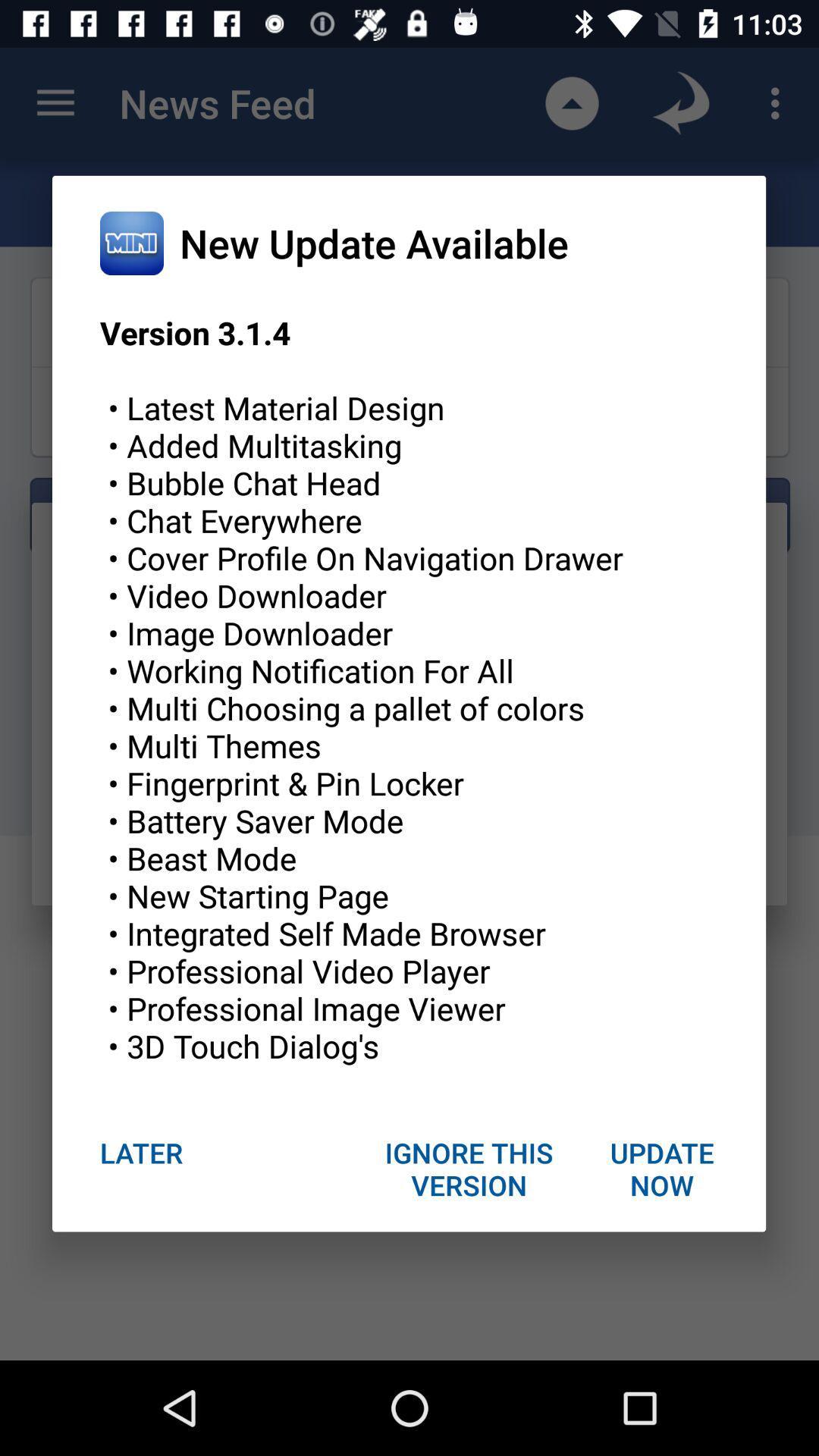  What do you see at coordinates (661, 1168) in the screenshot?
I see `icon to the right of ignore this` at bounding box center [661, 1168].